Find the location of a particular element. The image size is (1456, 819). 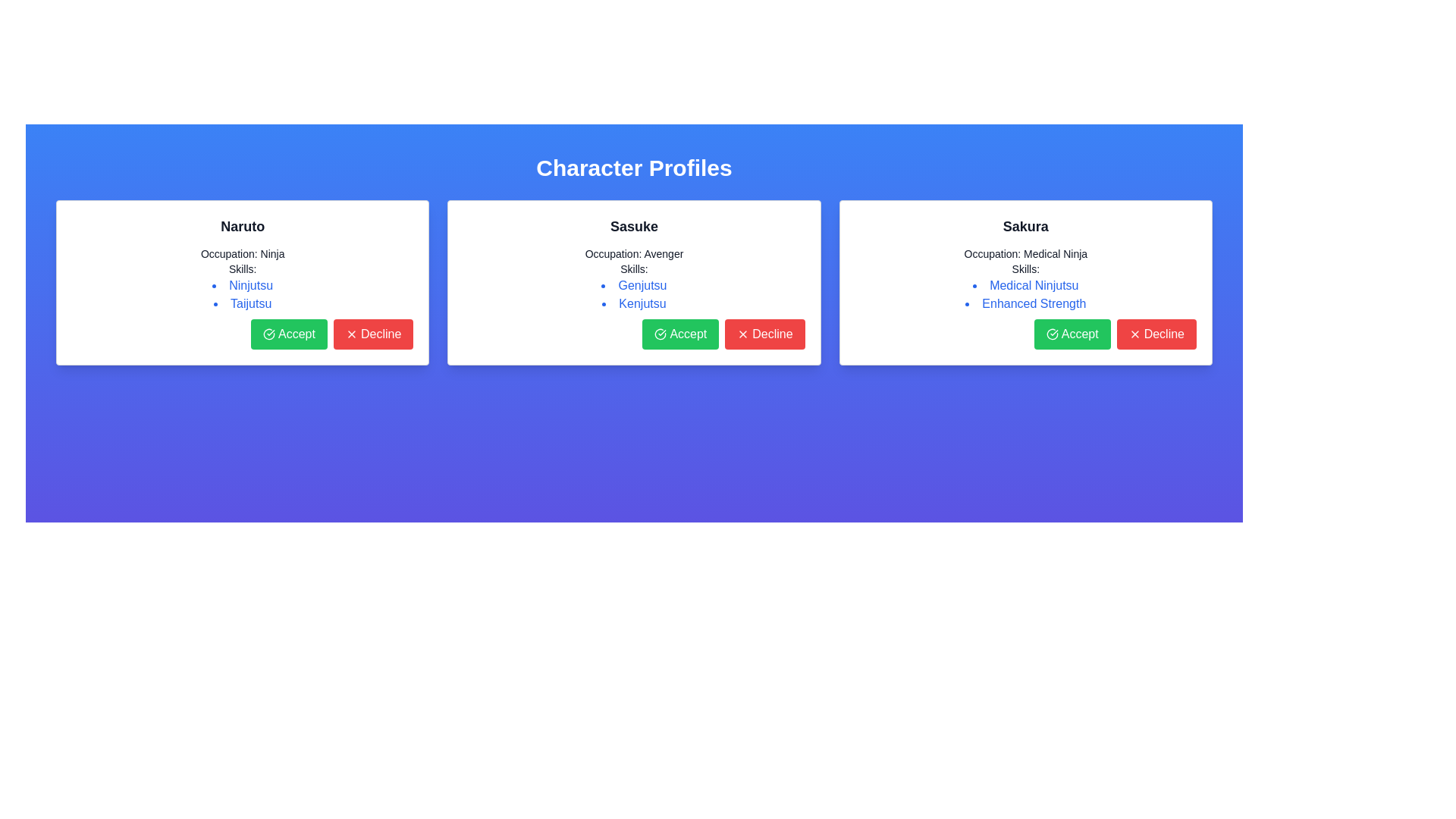

the small red 'X' icon located to the left of the 'Decline' text in the red button at the bottom-right of Sasuke's profile card is located at coordinates (743, 333).